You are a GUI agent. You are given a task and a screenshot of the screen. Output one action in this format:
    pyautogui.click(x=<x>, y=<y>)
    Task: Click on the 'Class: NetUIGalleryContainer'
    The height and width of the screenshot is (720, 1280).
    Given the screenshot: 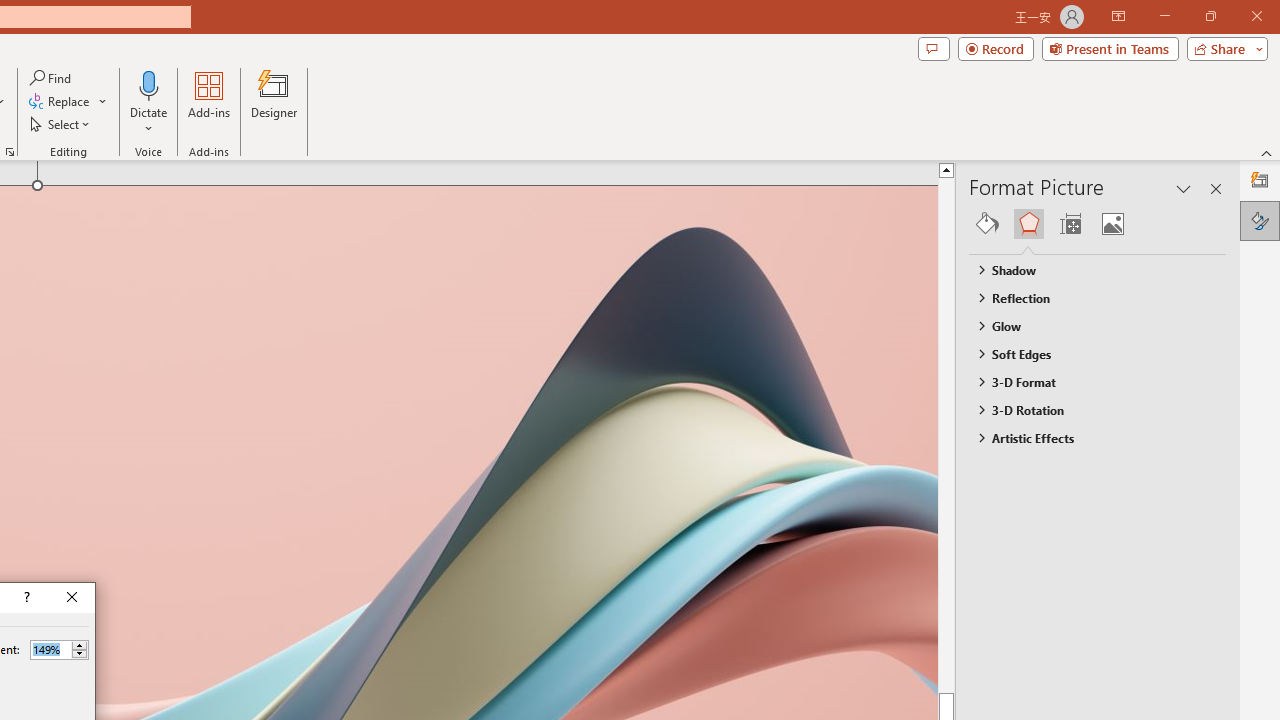 What is the action you would take?
    pyautogui.click(x=1097, y=223)
    